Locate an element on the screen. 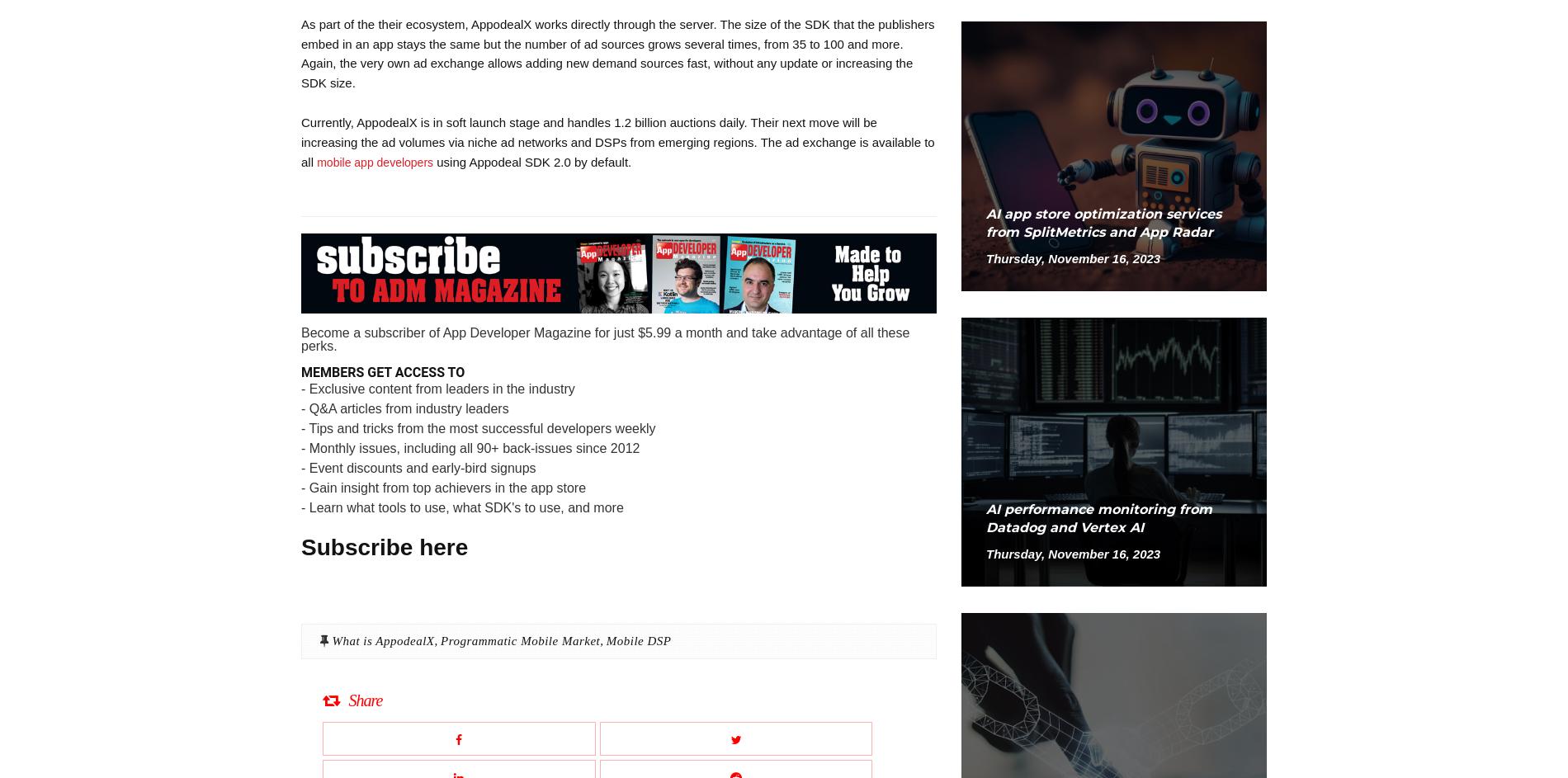  '- Tips and tricks from the most successful developers weekly' is located at coordinates (300, 427).